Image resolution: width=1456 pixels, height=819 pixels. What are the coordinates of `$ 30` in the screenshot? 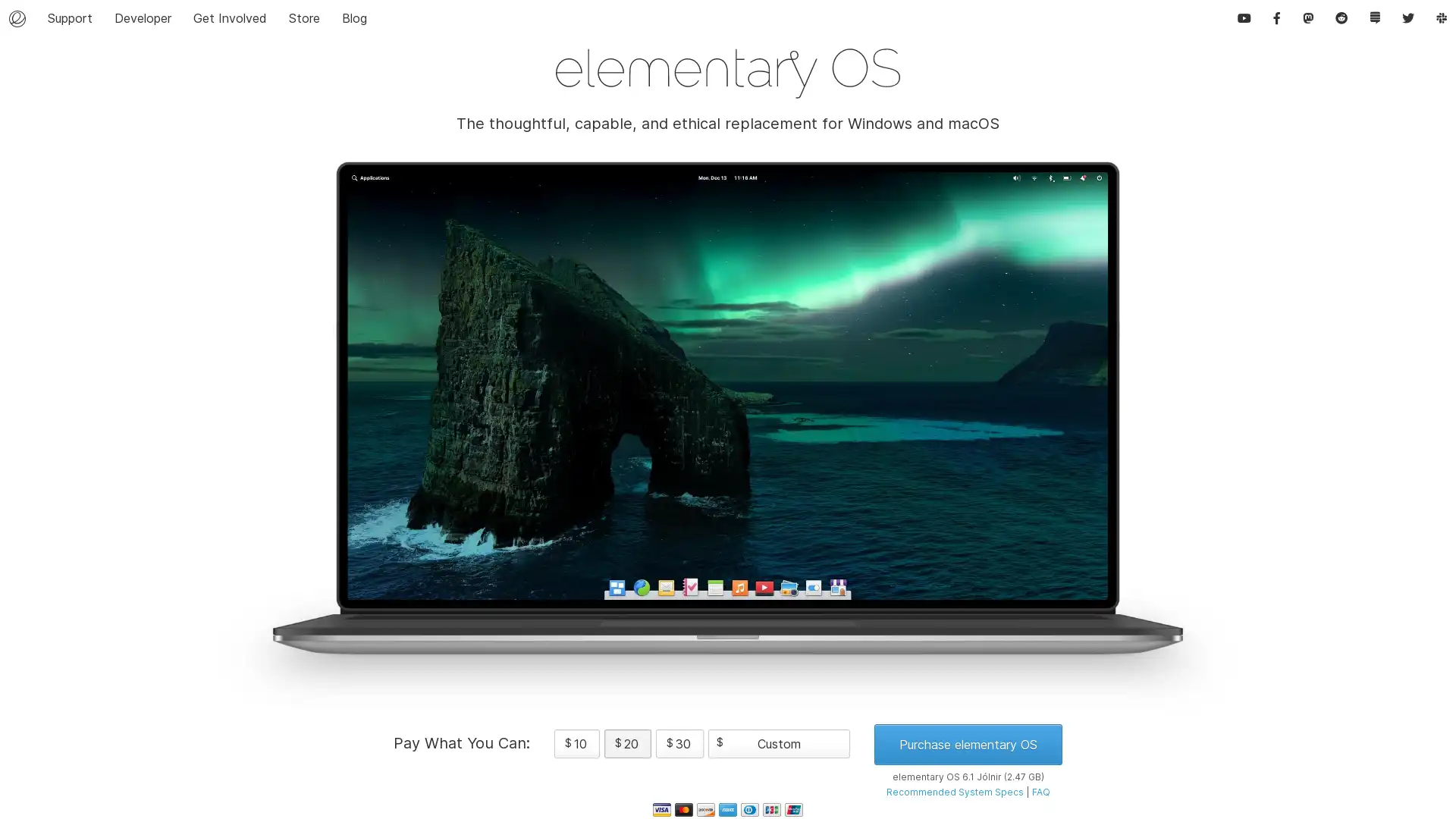 It's located at (679, 742).